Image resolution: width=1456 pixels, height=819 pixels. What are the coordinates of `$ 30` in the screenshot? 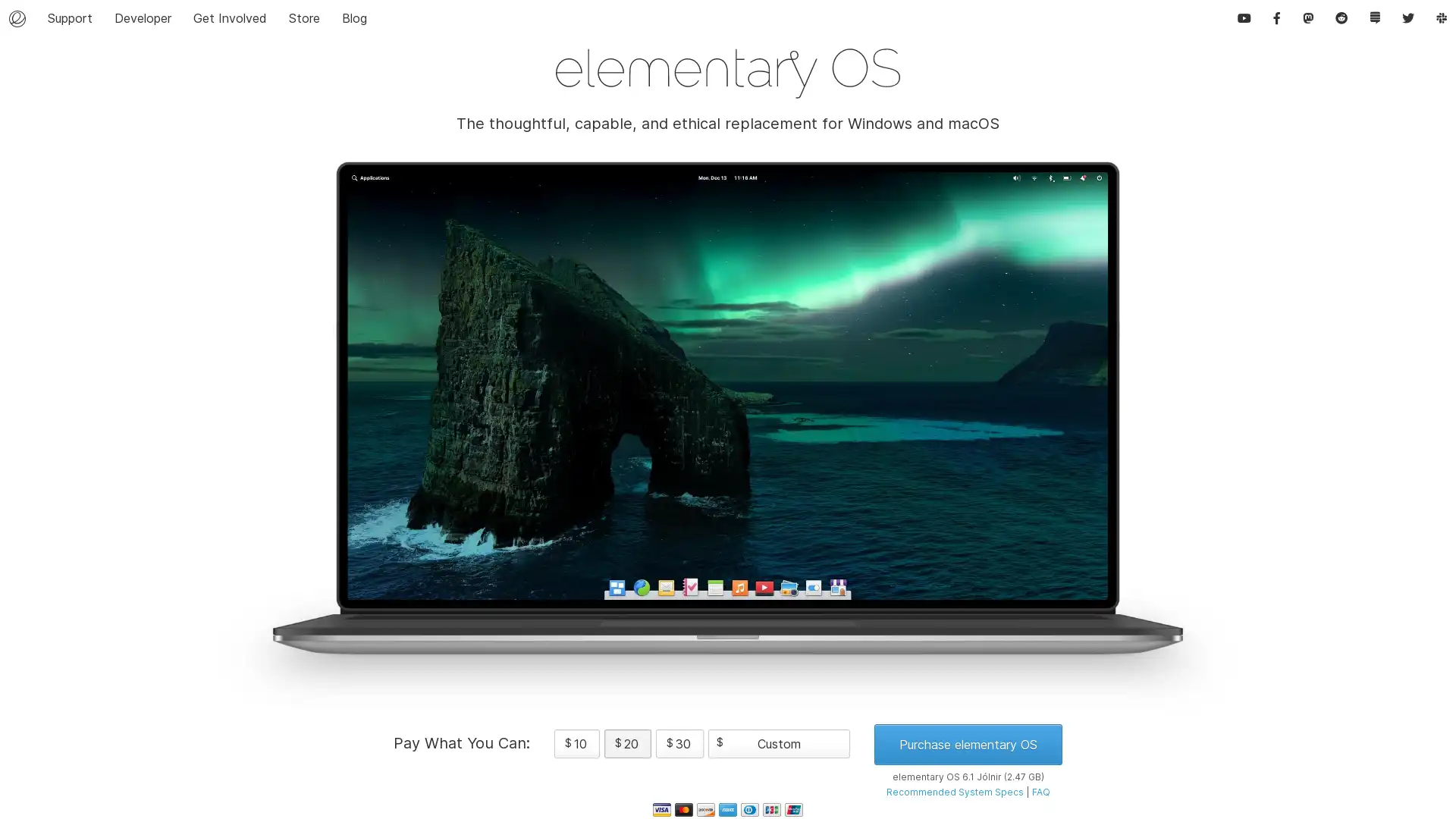 It's located at (679, 742).